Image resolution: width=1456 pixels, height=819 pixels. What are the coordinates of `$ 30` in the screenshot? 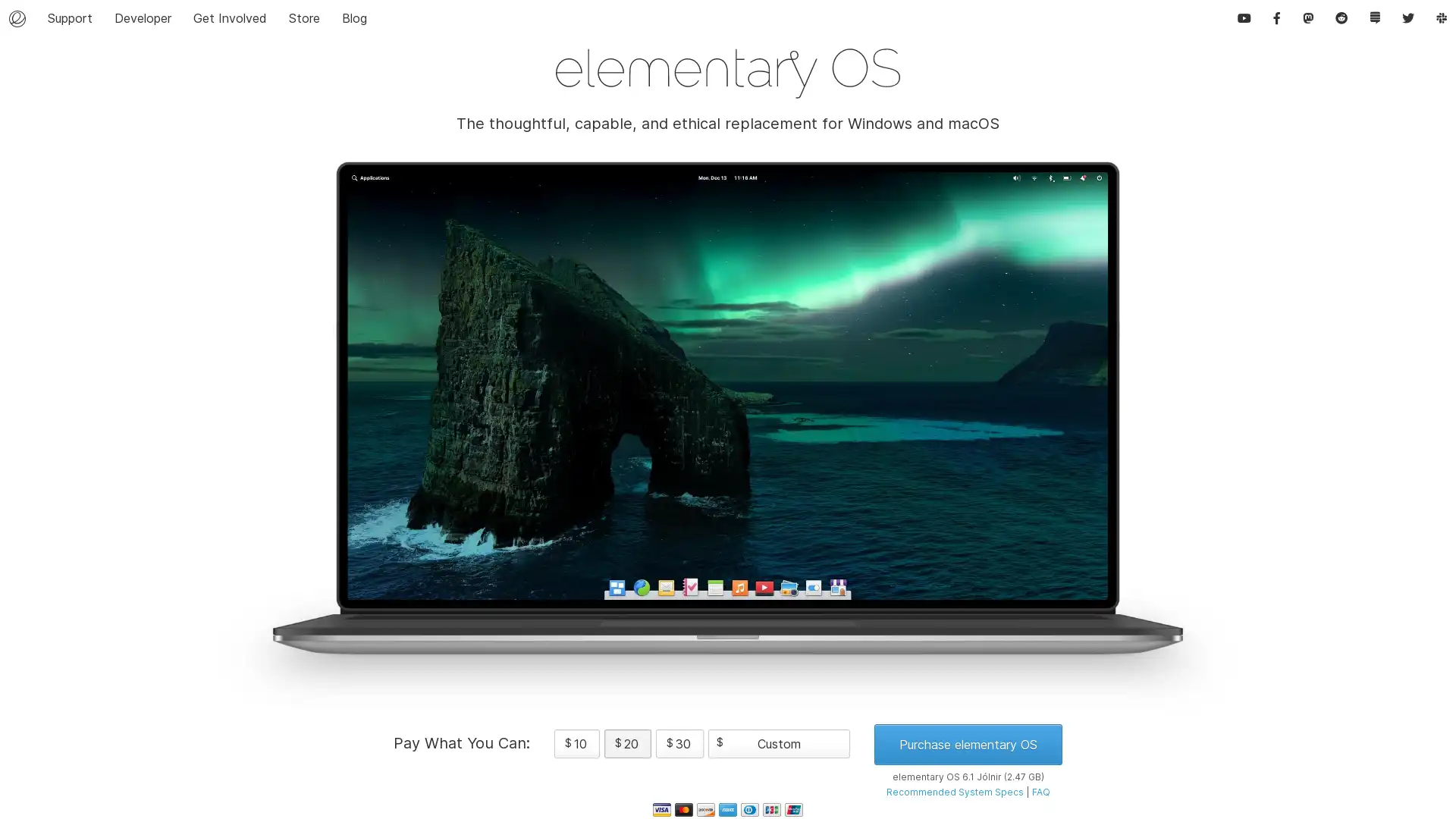 It's located at (679, 742).